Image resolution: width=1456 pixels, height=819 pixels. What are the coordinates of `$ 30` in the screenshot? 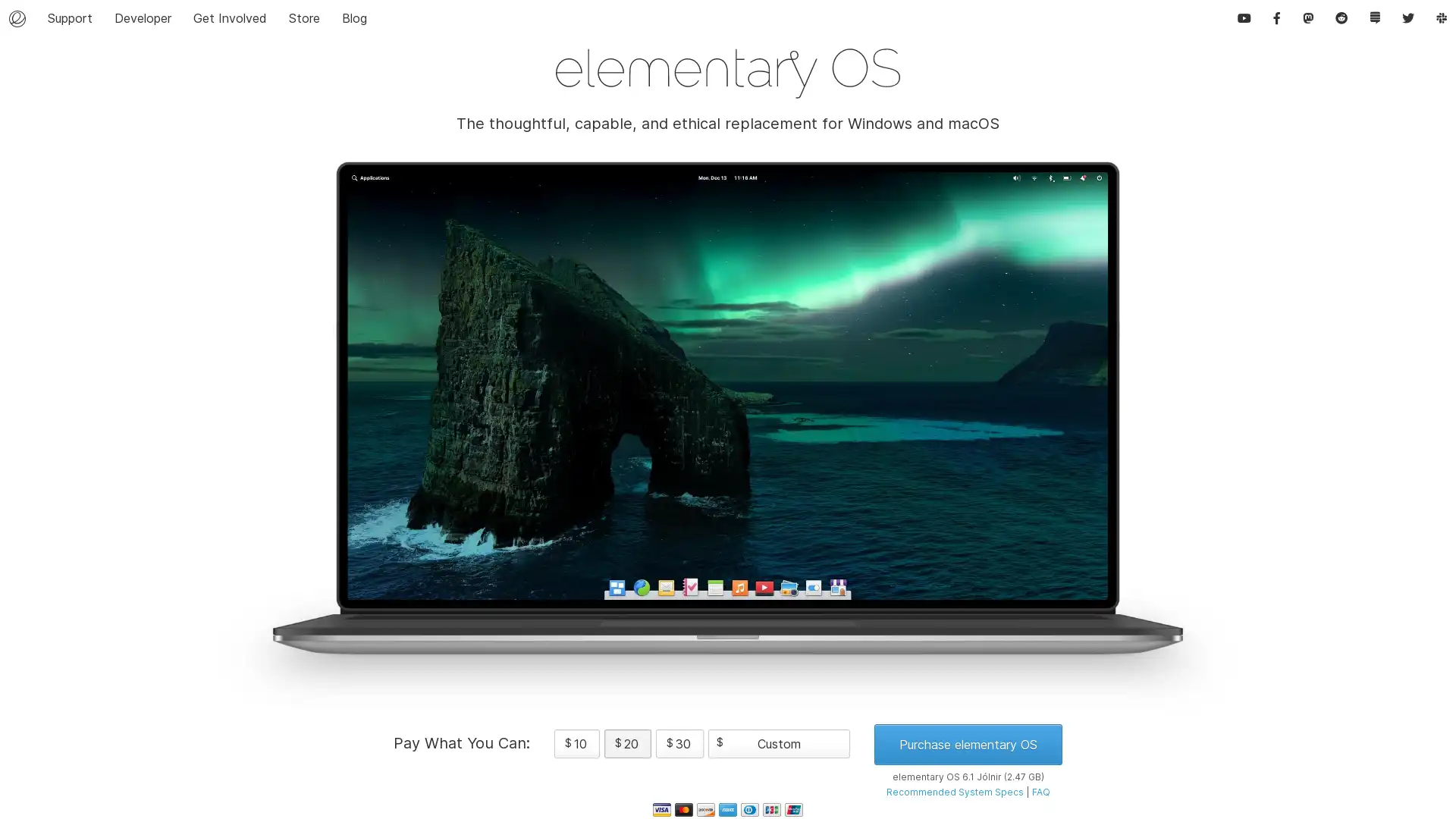 It's located at (679, 742).